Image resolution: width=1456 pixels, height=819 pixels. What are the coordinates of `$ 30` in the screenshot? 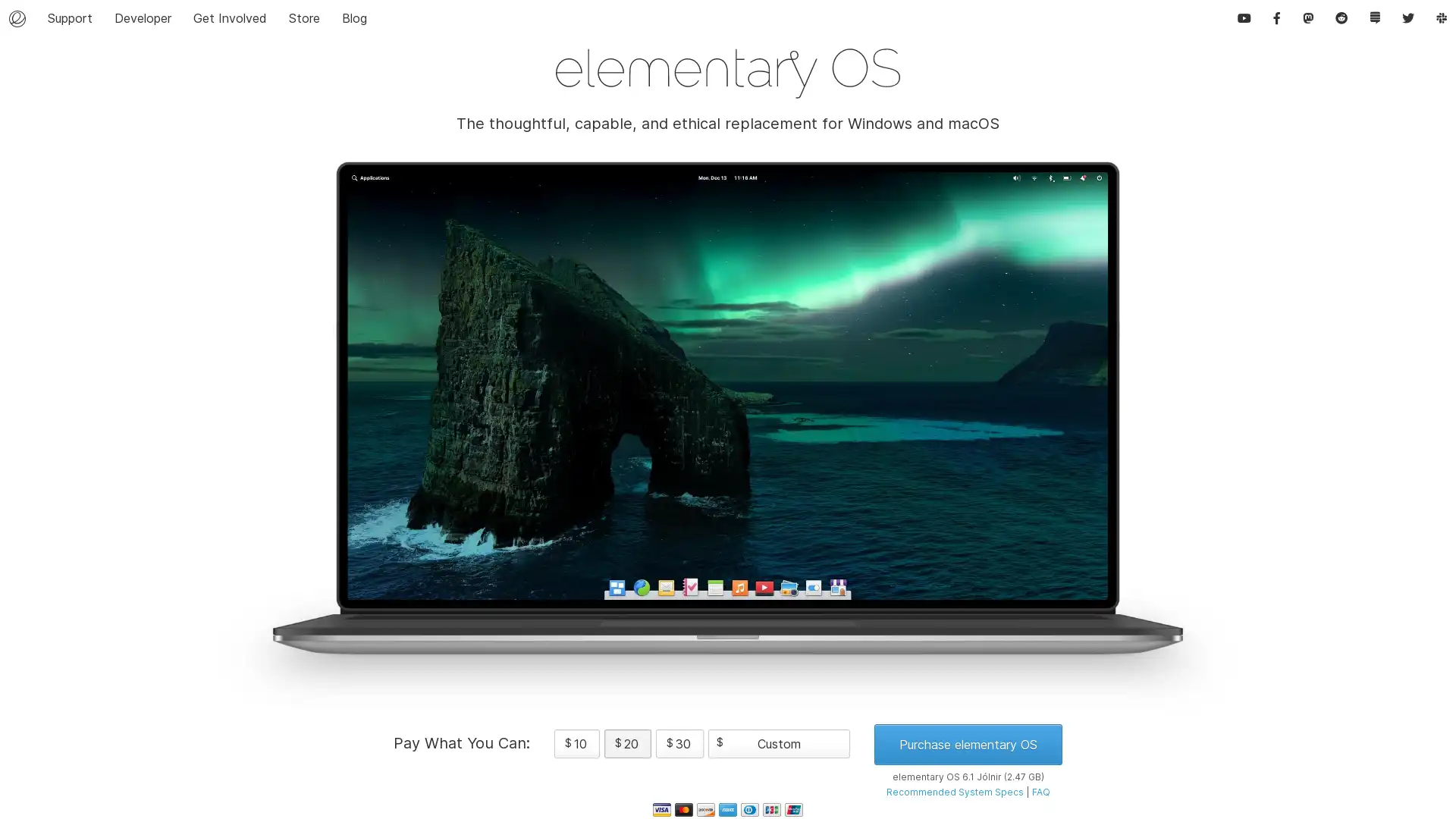 It's located at (679, 742).